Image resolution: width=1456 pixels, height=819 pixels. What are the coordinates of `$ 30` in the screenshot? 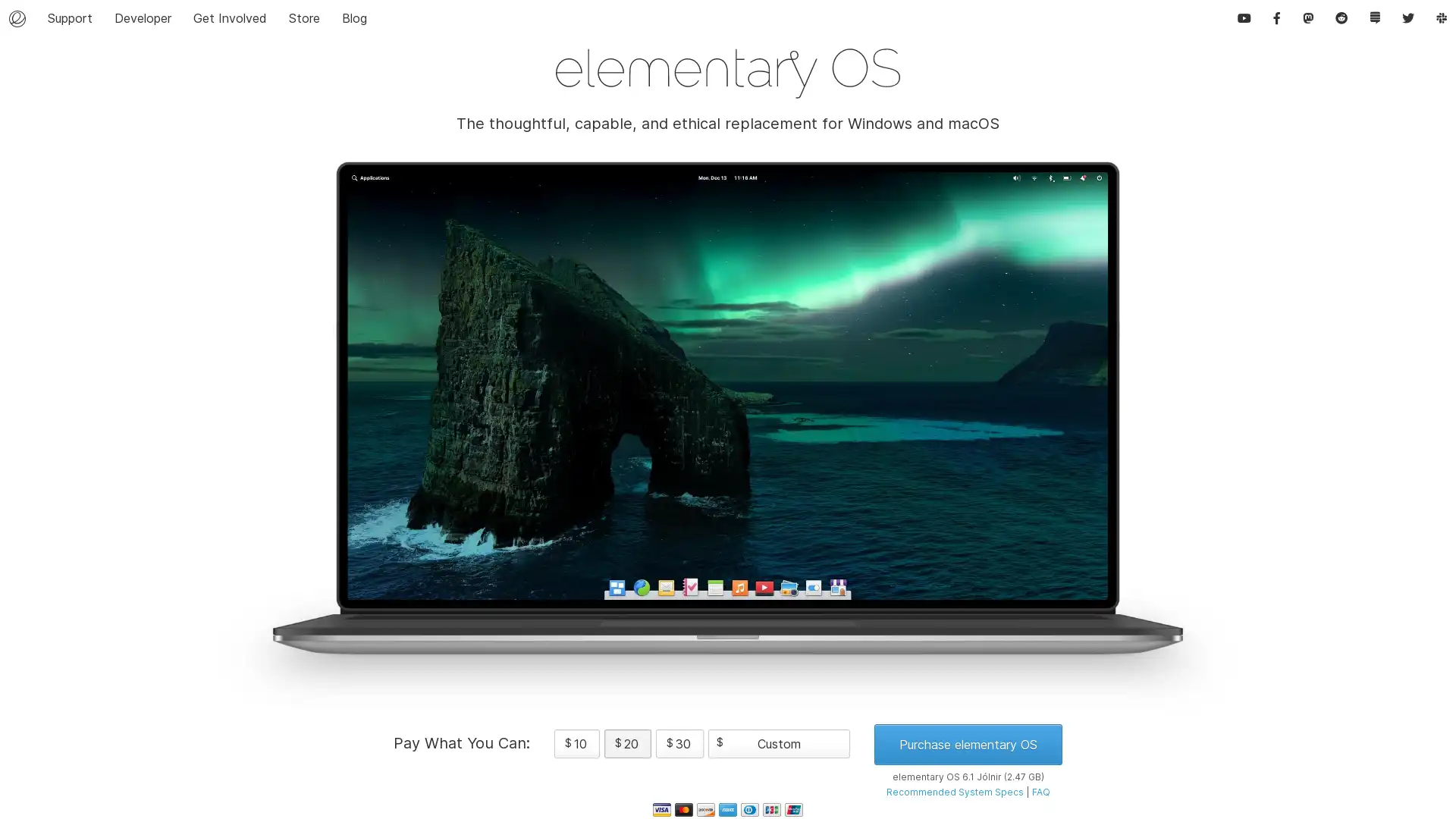 It's located at (679, 742).